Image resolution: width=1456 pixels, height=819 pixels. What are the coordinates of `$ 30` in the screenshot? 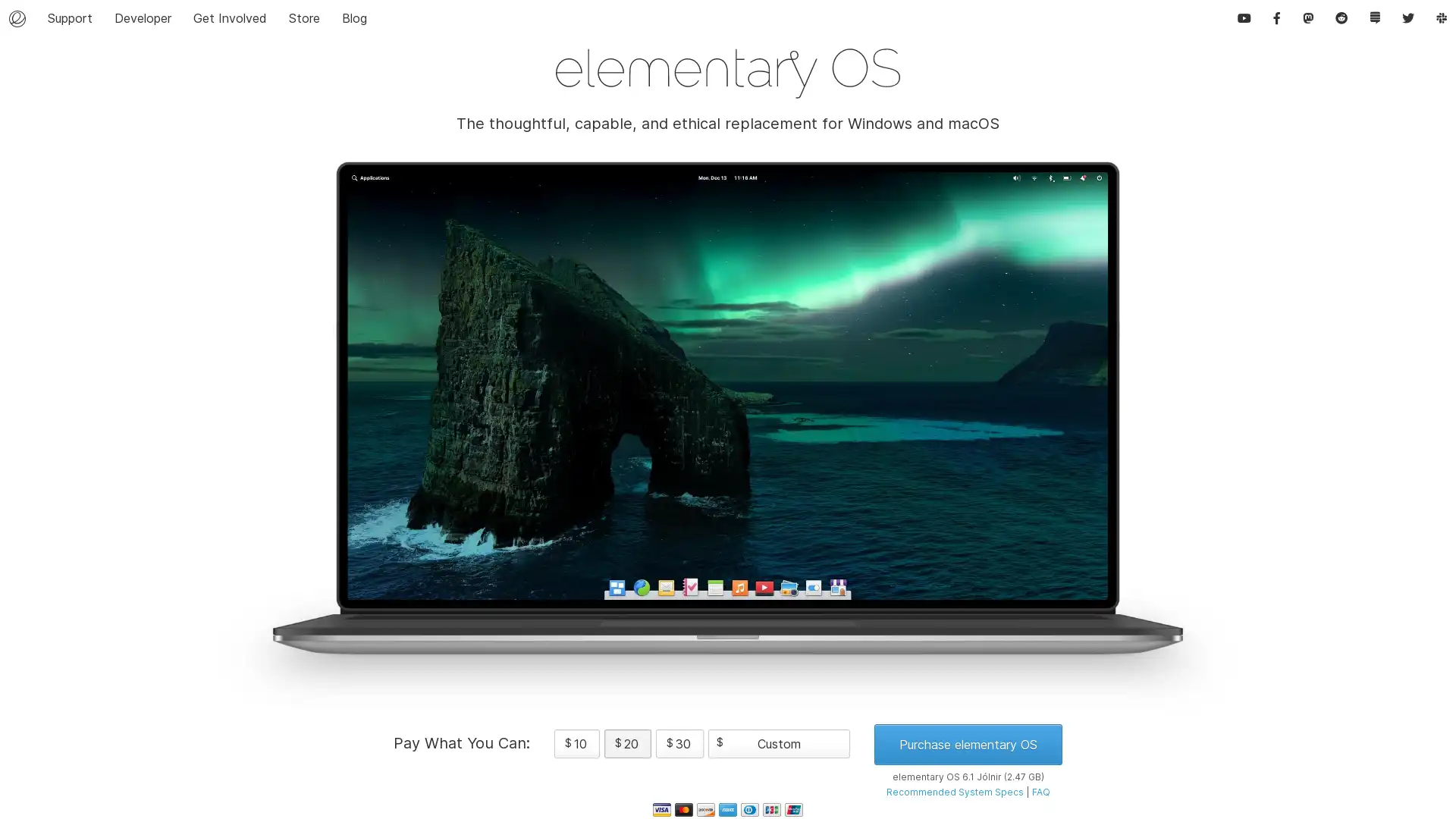 It's located at (679, 742).